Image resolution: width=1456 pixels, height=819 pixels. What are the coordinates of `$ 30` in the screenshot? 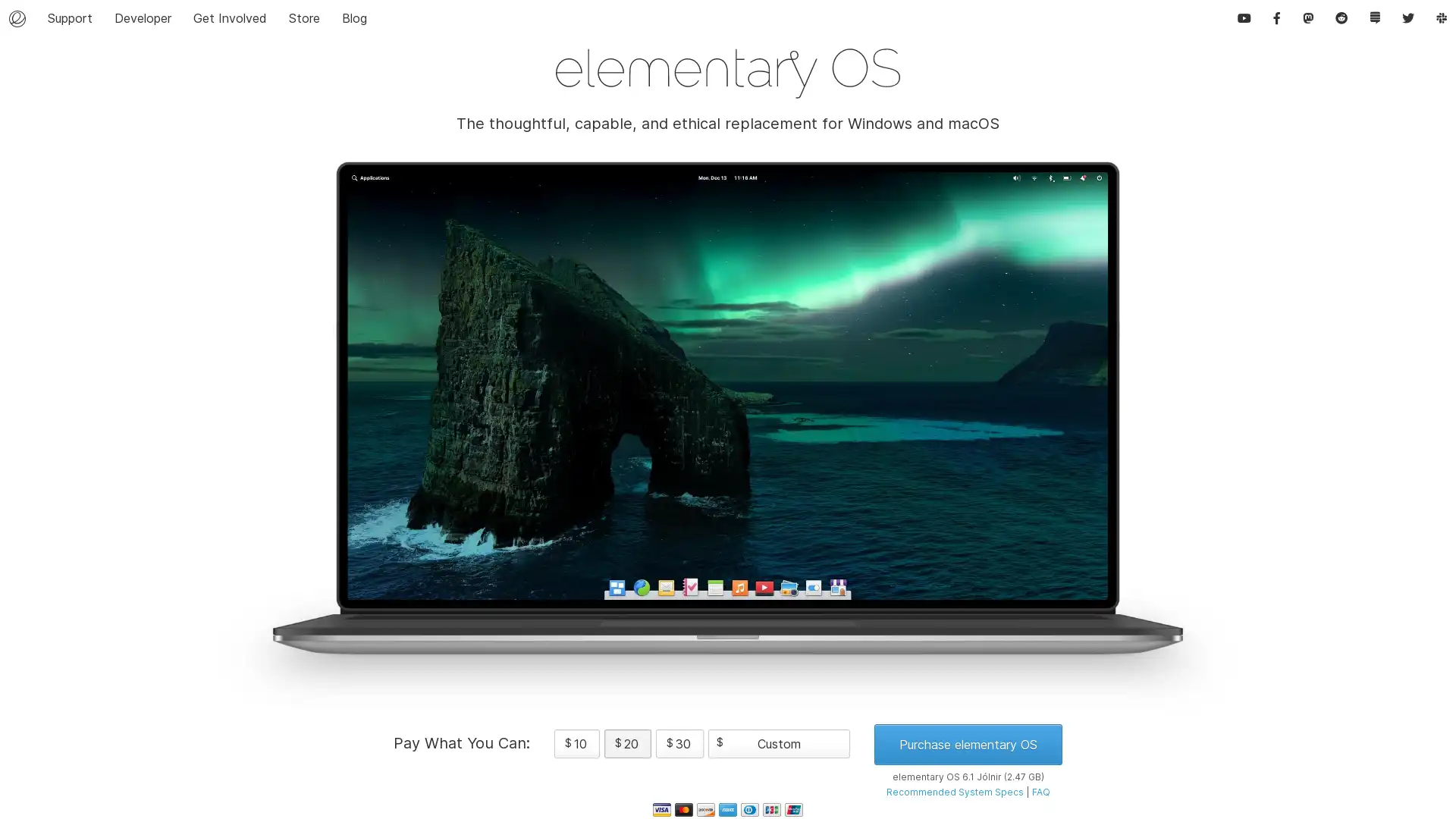 It's located at (679, 742).